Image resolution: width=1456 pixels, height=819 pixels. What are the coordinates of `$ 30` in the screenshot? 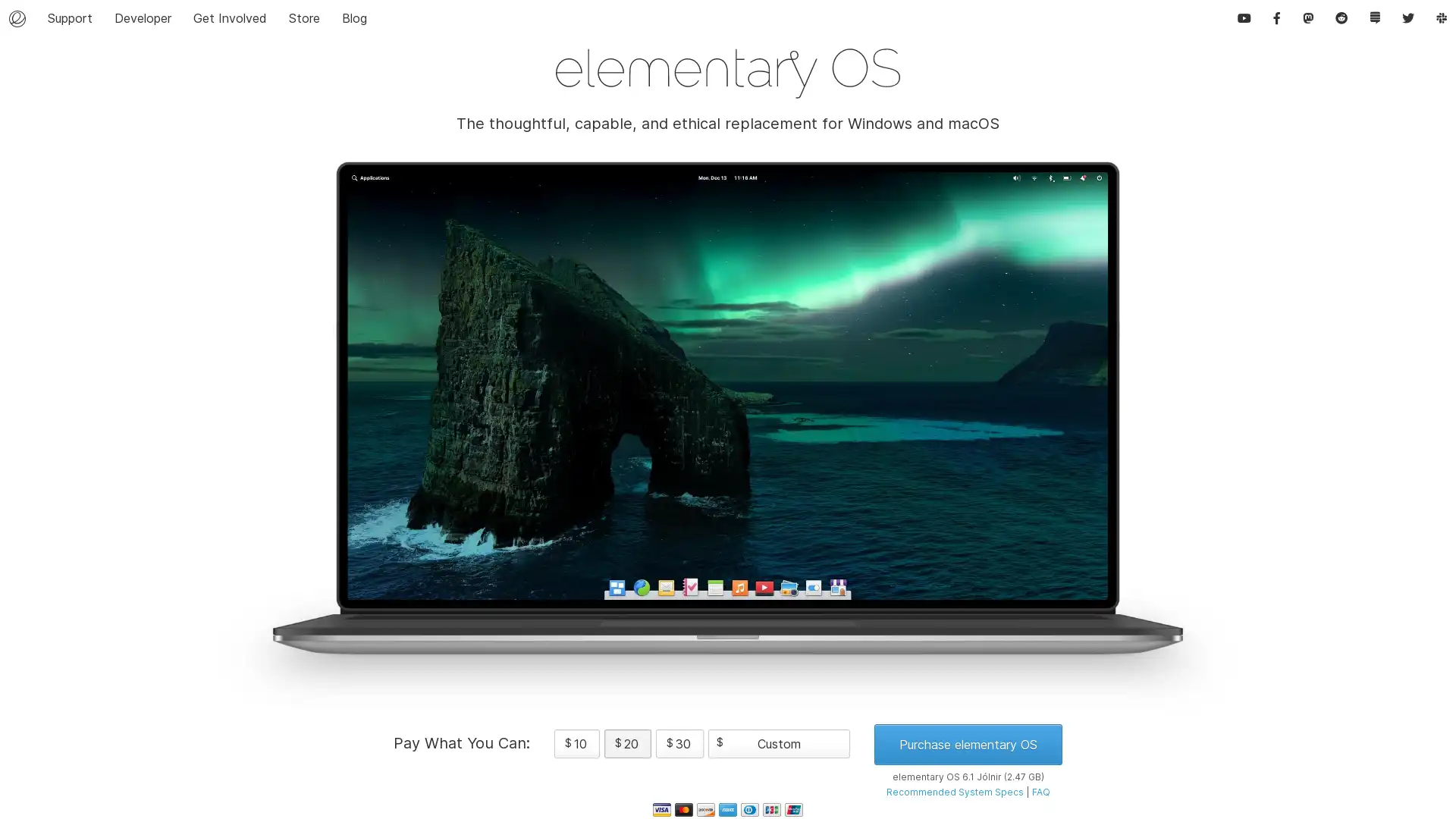 It's located at (679, 742).